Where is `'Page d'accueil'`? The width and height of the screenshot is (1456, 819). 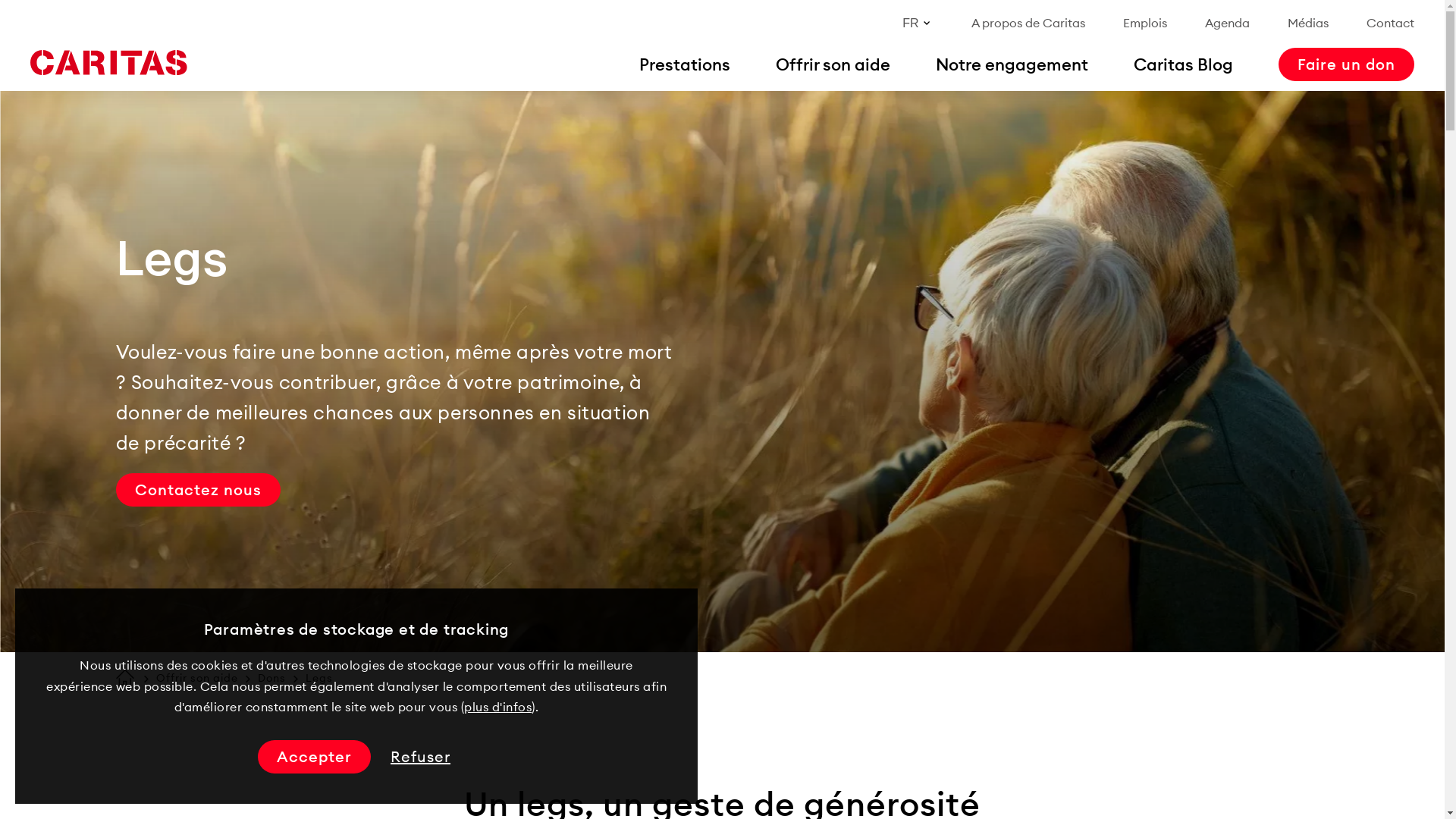 'Page d'accueil' is located at coordinates (115, 676).